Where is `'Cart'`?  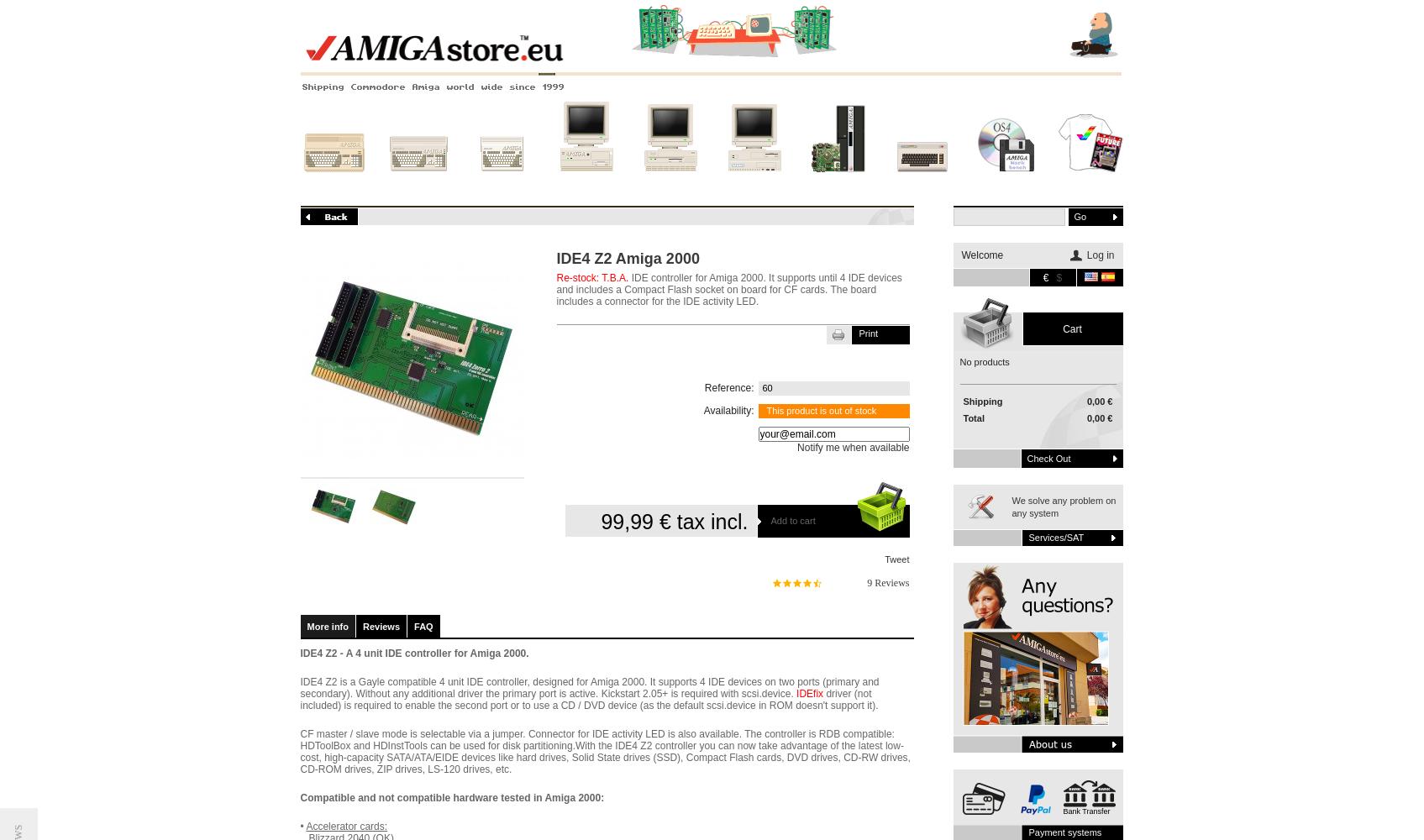
'Cart' is located at coordinates (1070, 329).